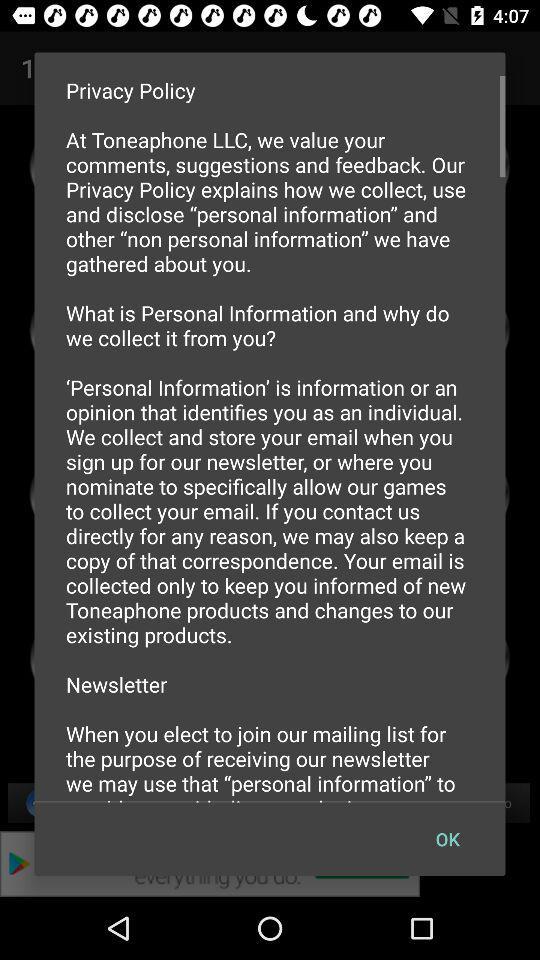  I want to click on item at the bottom right corner, so click(447, 839).